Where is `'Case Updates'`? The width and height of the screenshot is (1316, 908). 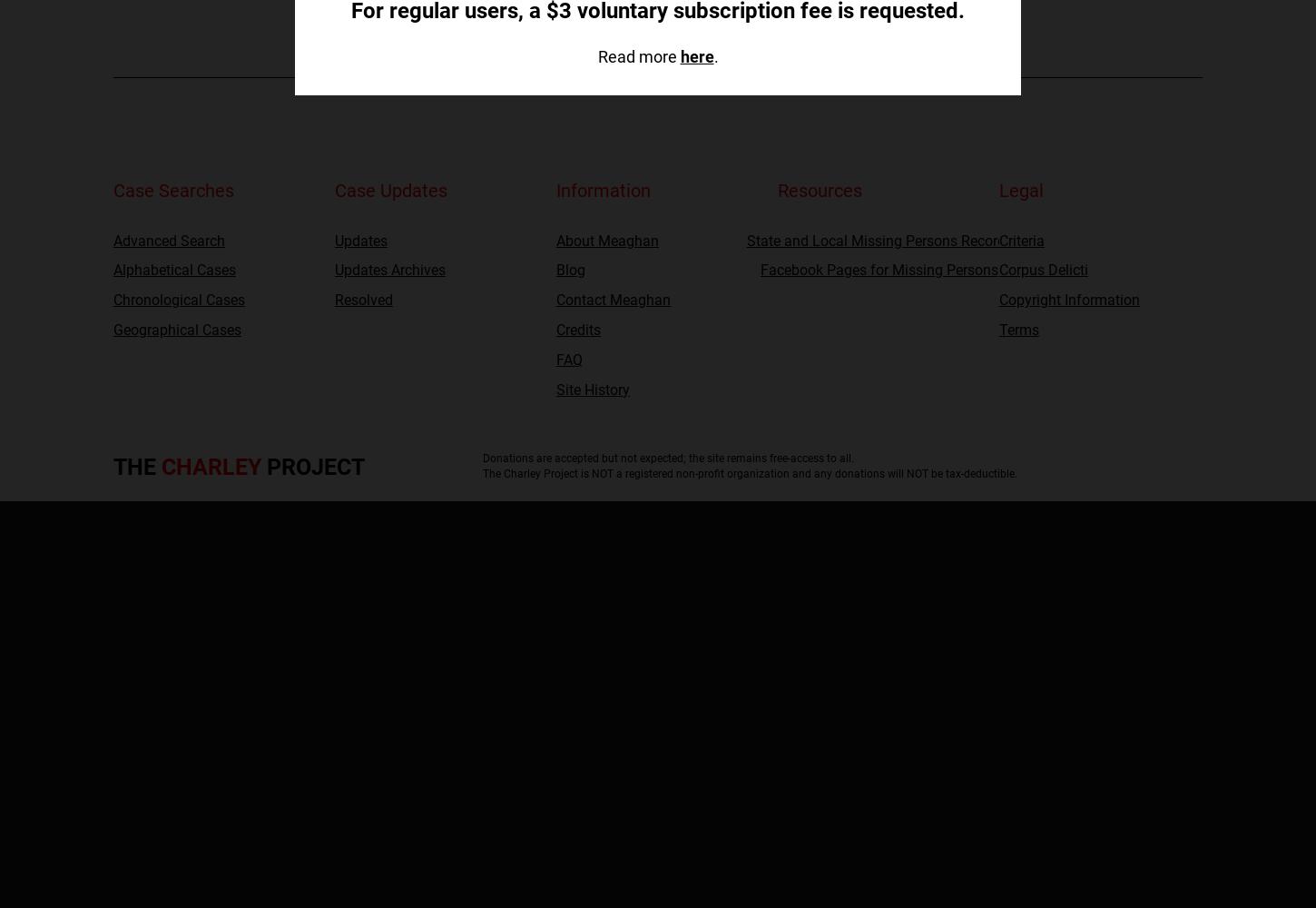
'Case Updates' is located at coordinates (389, 190).